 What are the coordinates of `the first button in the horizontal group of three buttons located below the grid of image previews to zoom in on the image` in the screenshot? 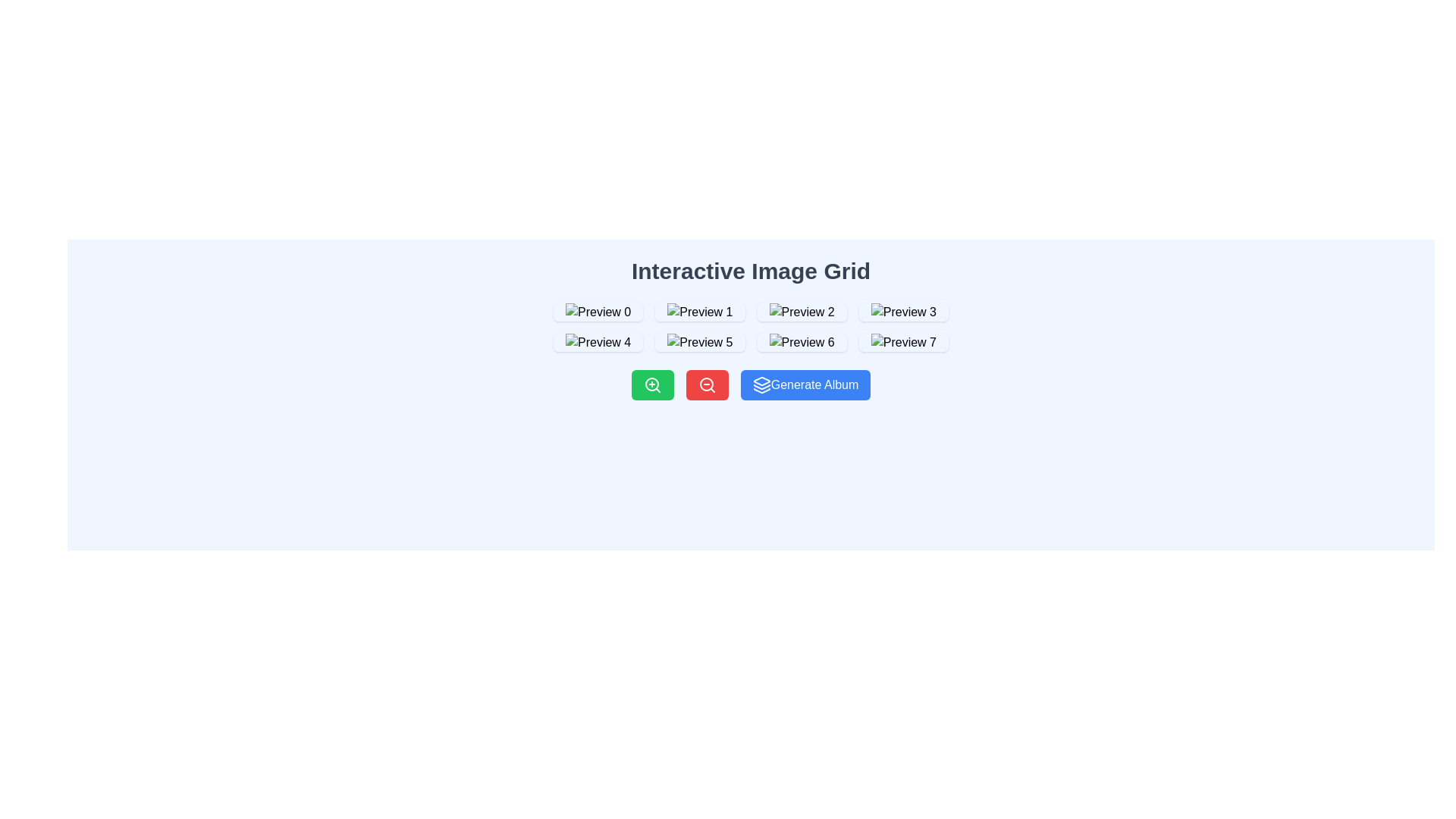 It's located at (652, 384).